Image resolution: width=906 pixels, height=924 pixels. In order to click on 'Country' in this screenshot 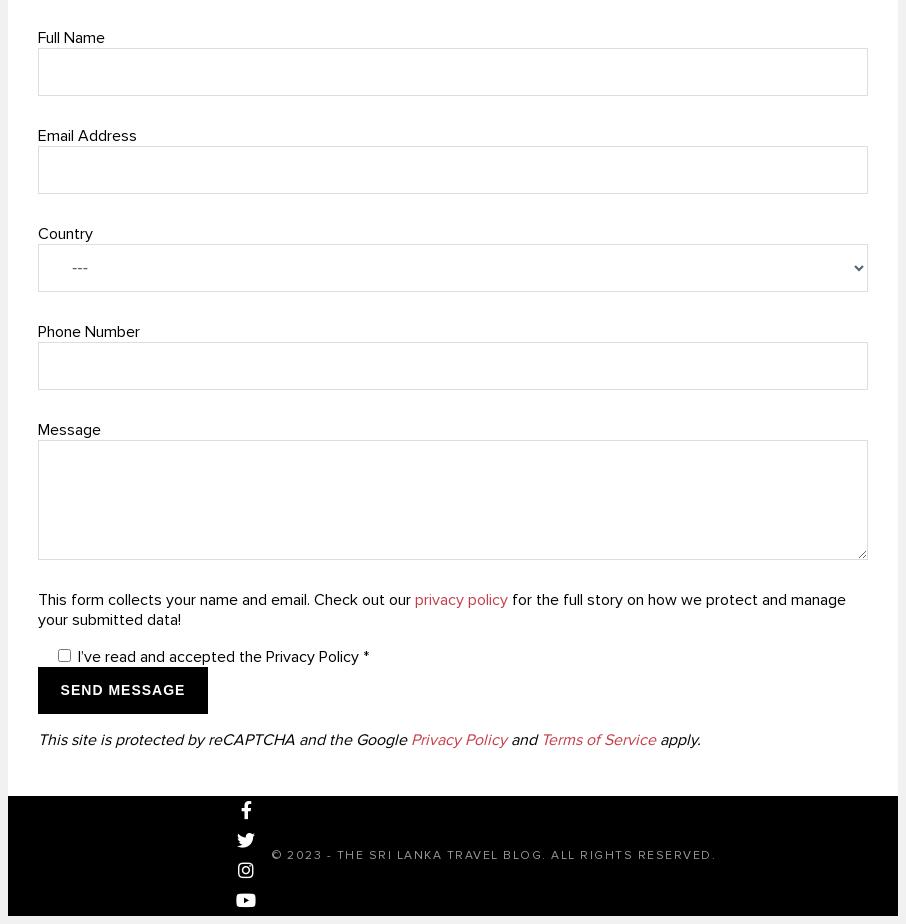, I will do `click(65, 232)`.